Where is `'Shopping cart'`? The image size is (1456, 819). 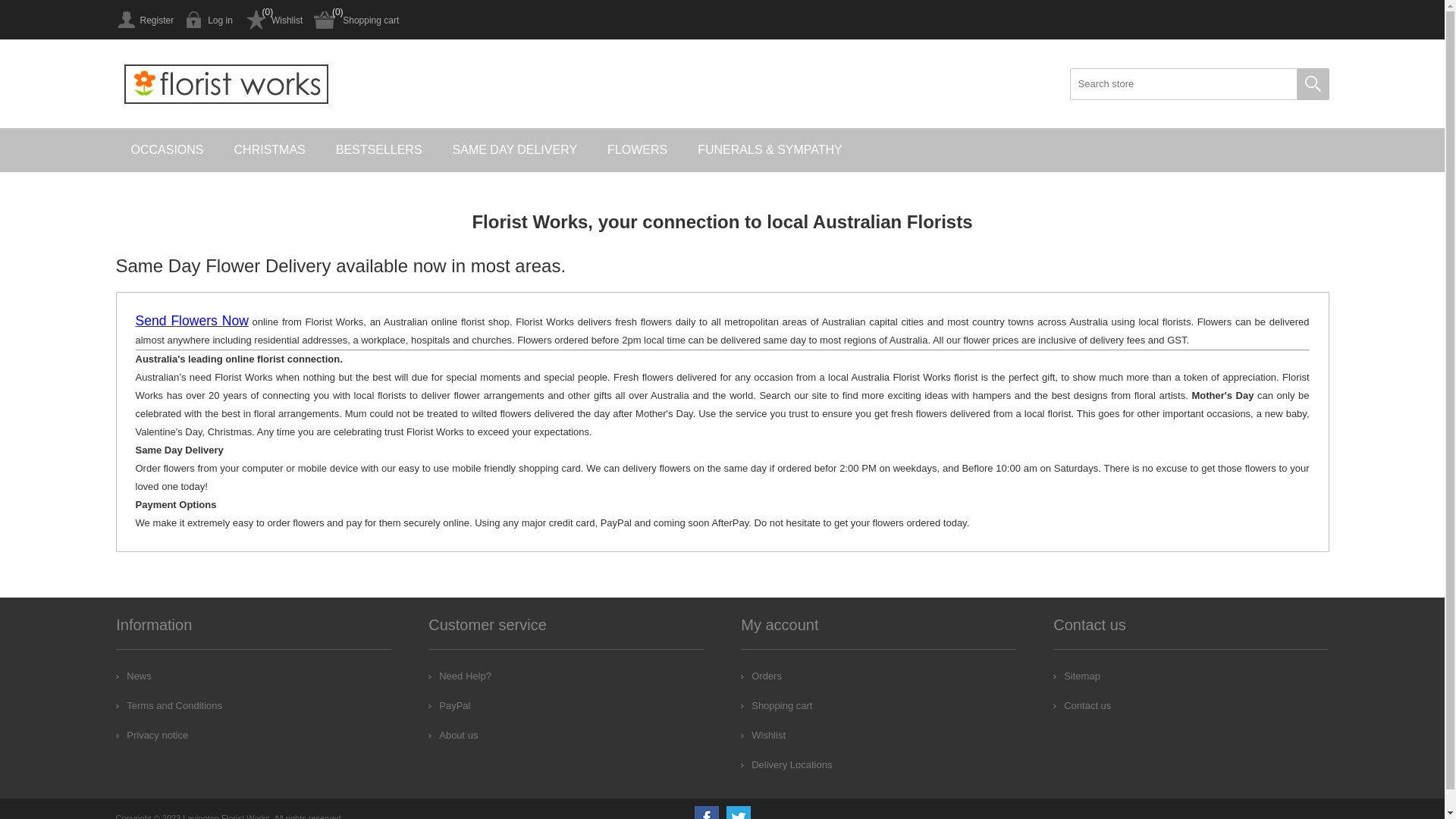 'Shopping cart' is located at coordinates (356, 20).